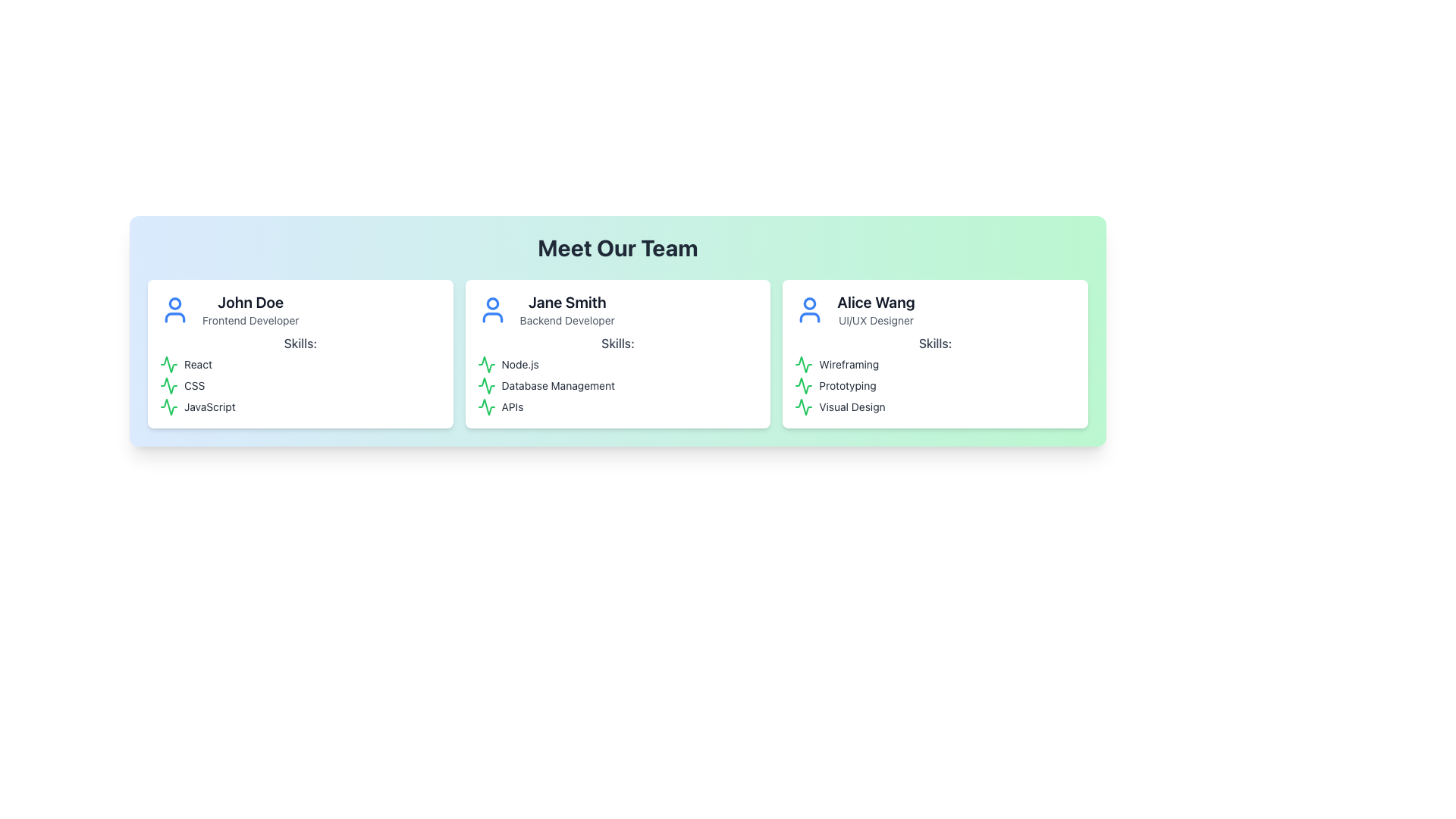 This screenshot has height=819, width=1456. Describe the element at coordinates (809, 303) in the screenshot. I see `the circular graphical component representing the user's profile icon located at the top of the user profile card` at that location.